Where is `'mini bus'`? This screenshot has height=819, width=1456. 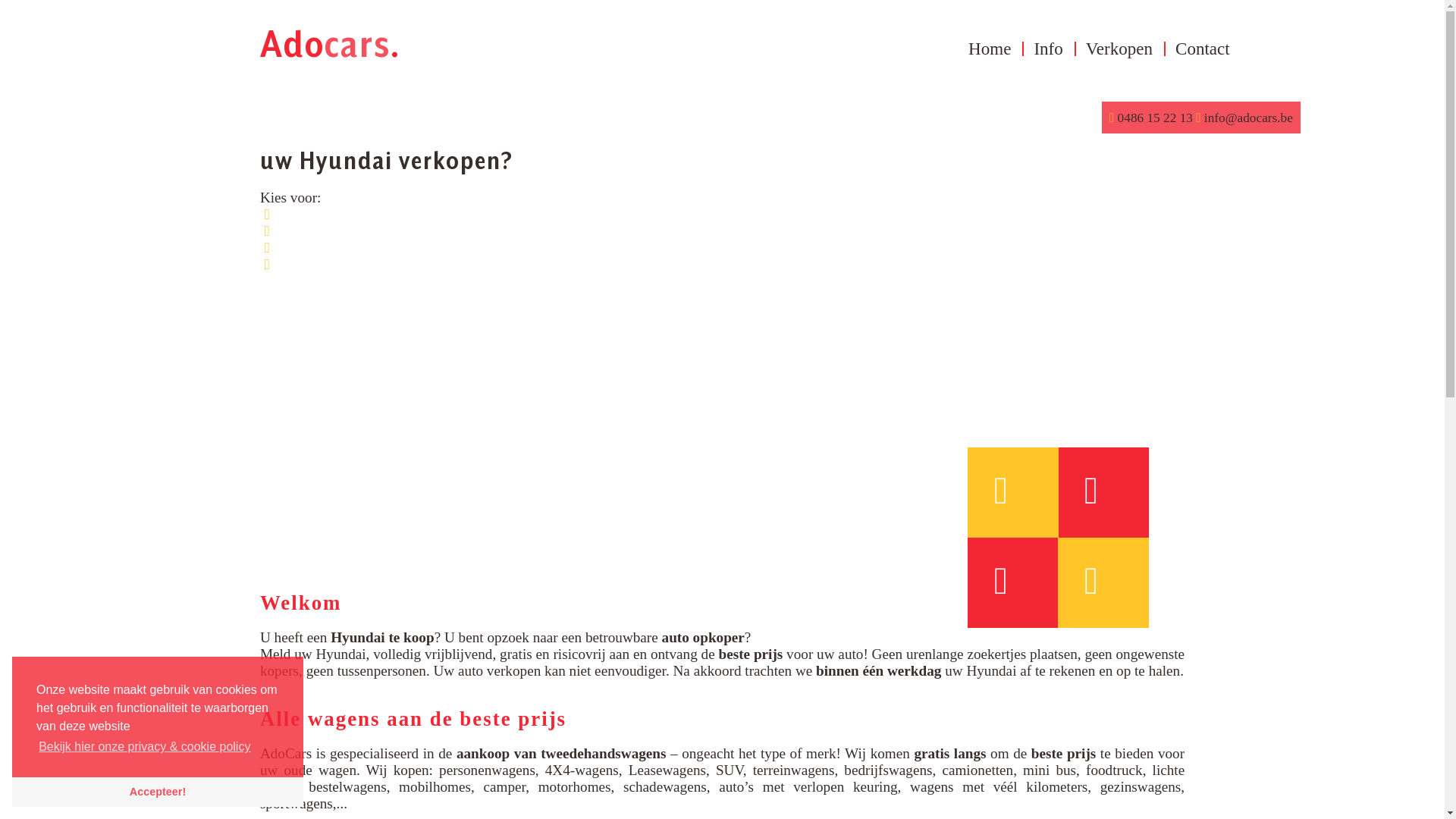 'mini bus' is located at coordinates (1048, 770).